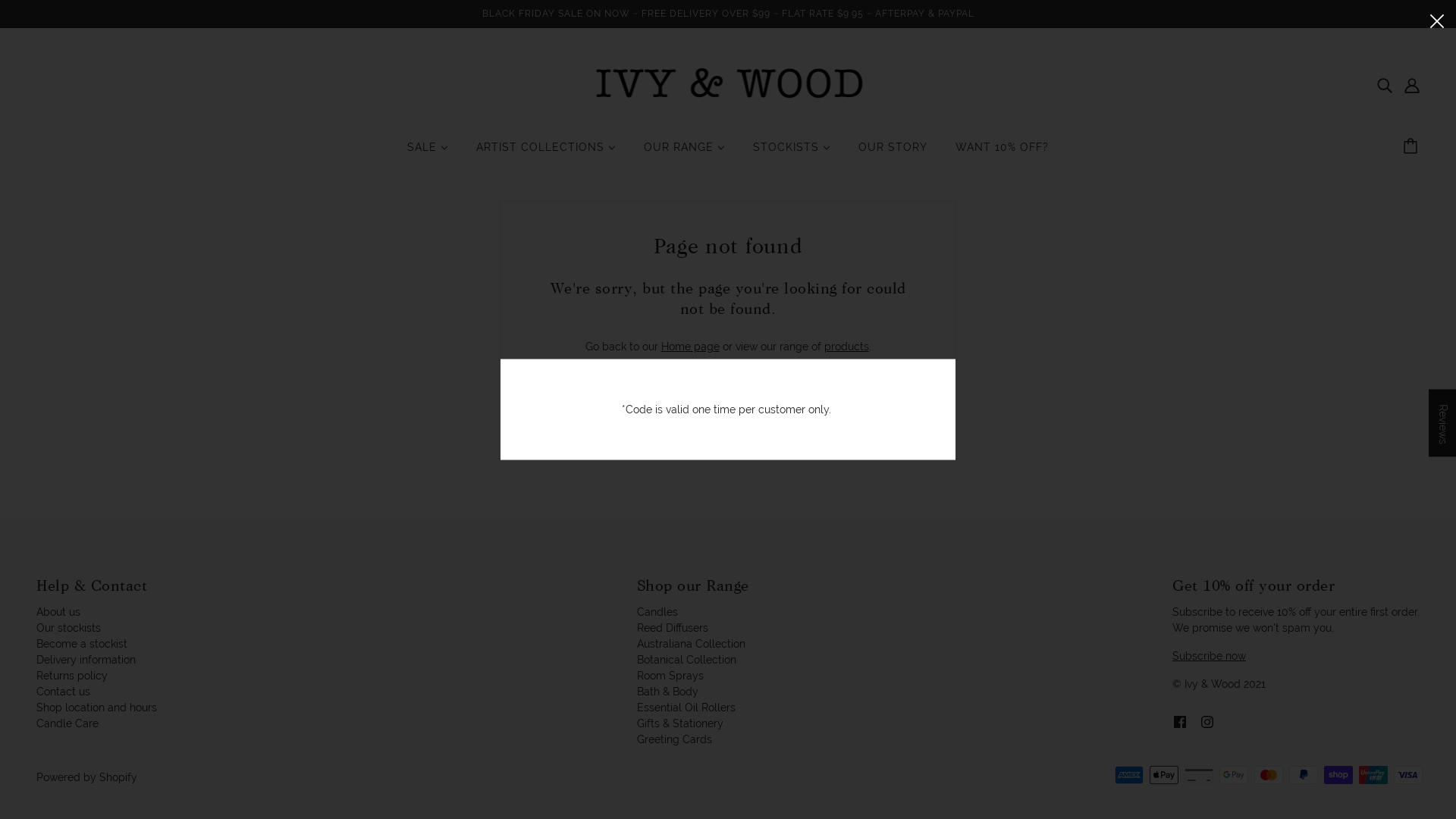 This screenshot has width=1456, height=819. What do you see at coordinates (661, 346) in the screenshot?
I see `'Home page'` at bounding box center [661, 346].